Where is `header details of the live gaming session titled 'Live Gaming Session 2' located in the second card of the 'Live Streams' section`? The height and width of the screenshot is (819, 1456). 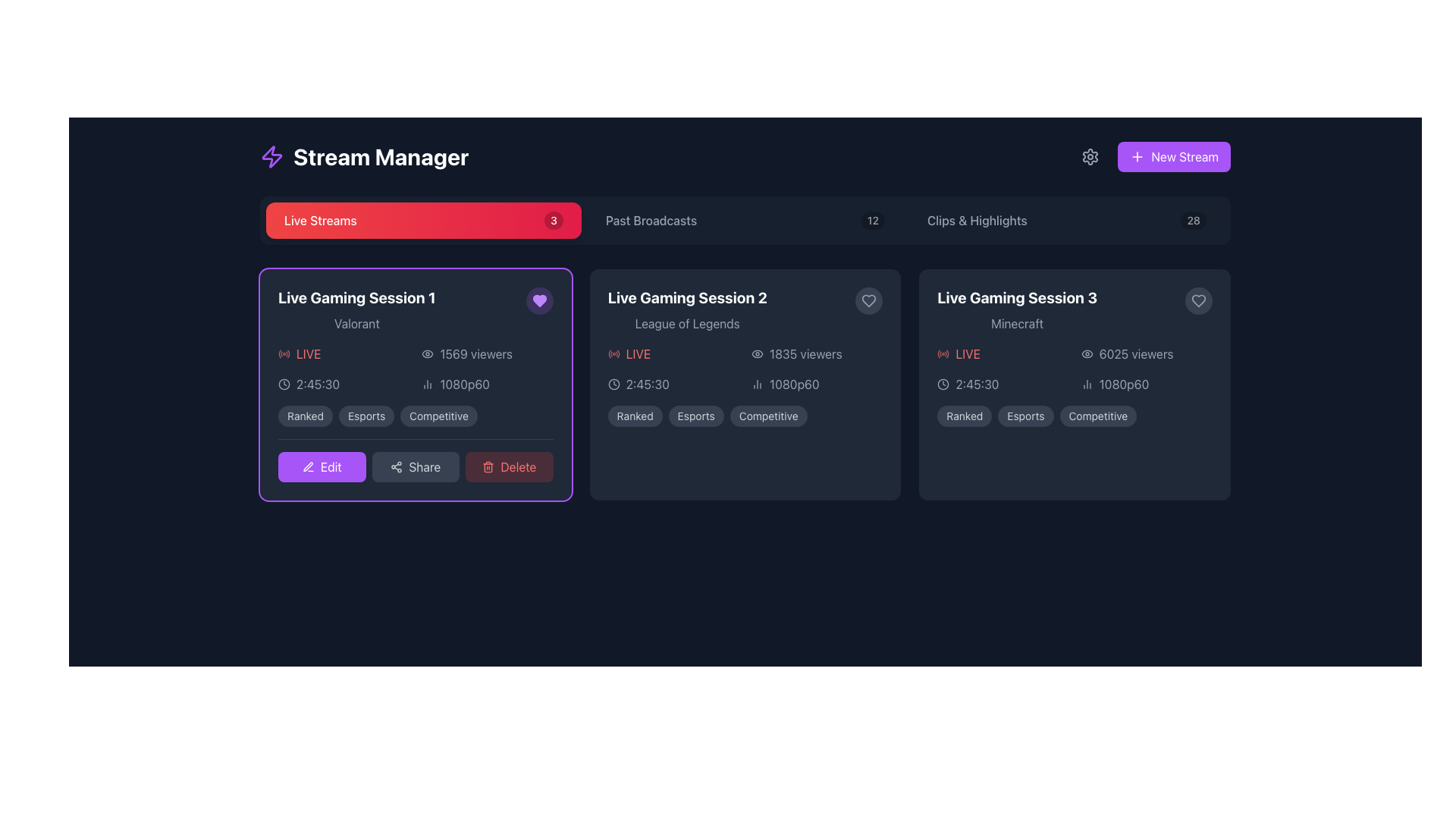
header details of the live gaming session titled 'Live Gaming Session 2' located in the second card of the 'Live Streams' section is located at coordinates (745, 309).